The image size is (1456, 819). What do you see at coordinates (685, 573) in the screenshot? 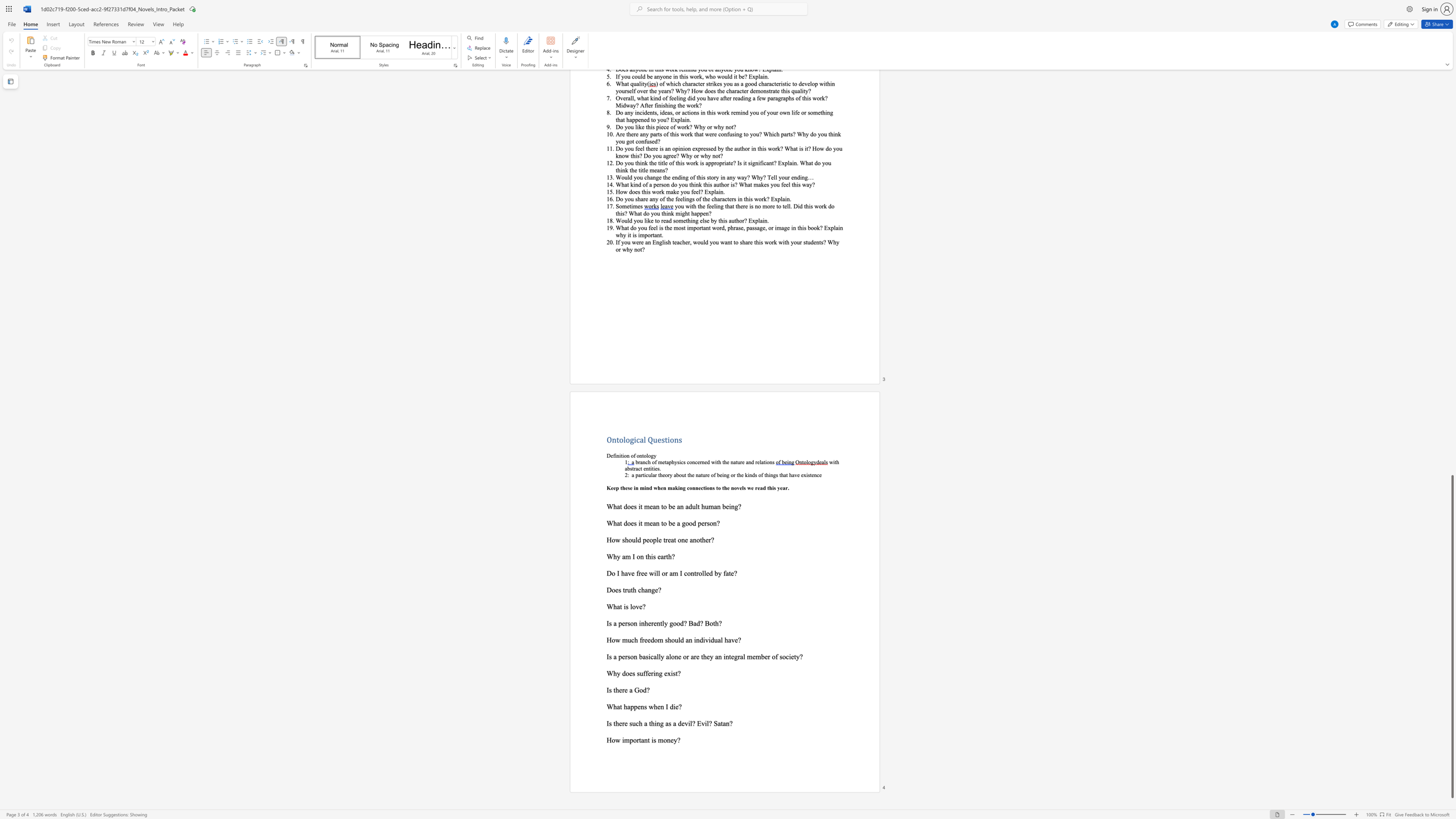
I see `the 1th character "c" in the text` at bounding box center [685, 573].